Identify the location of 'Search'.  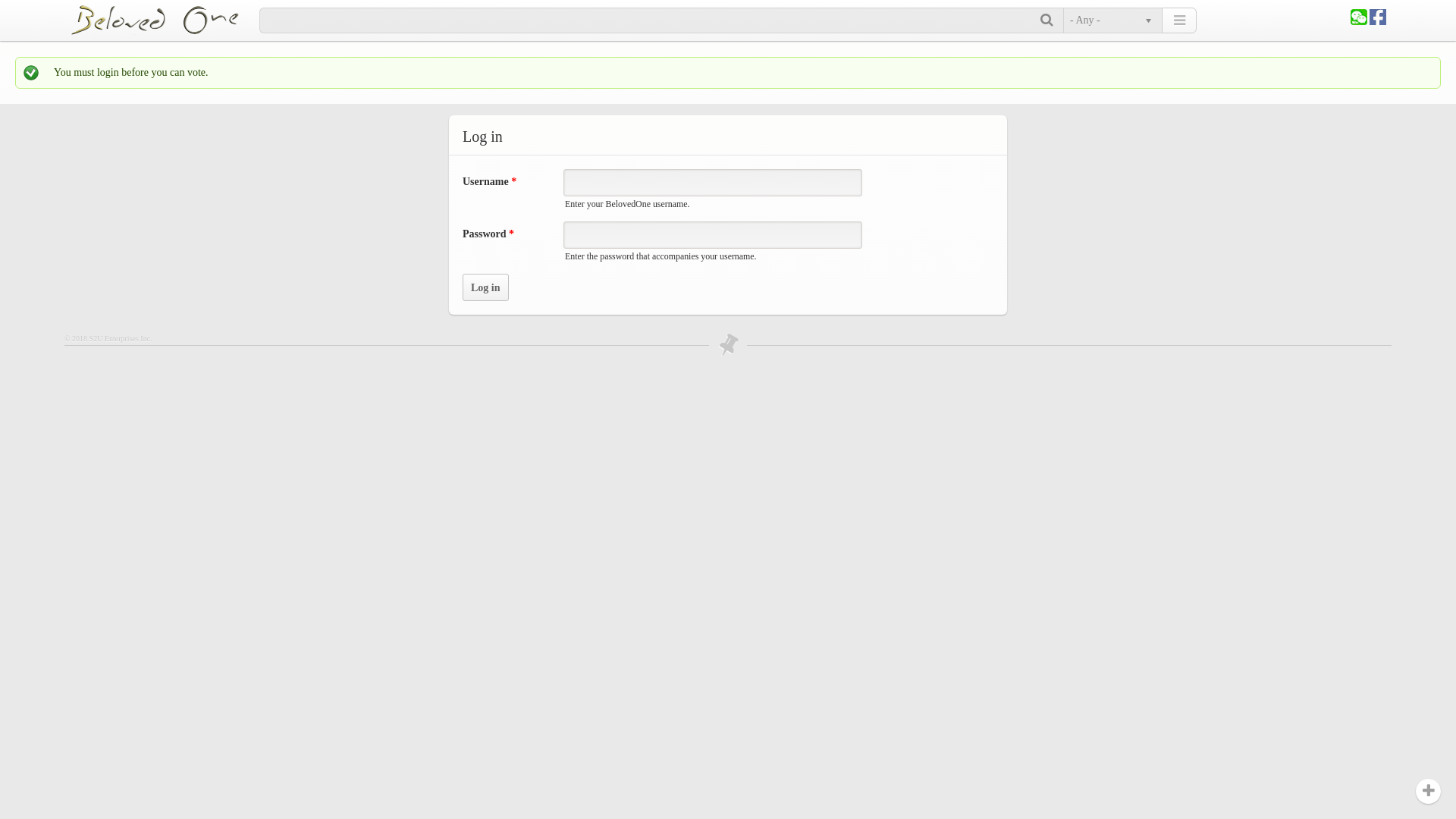
(1047, 20).